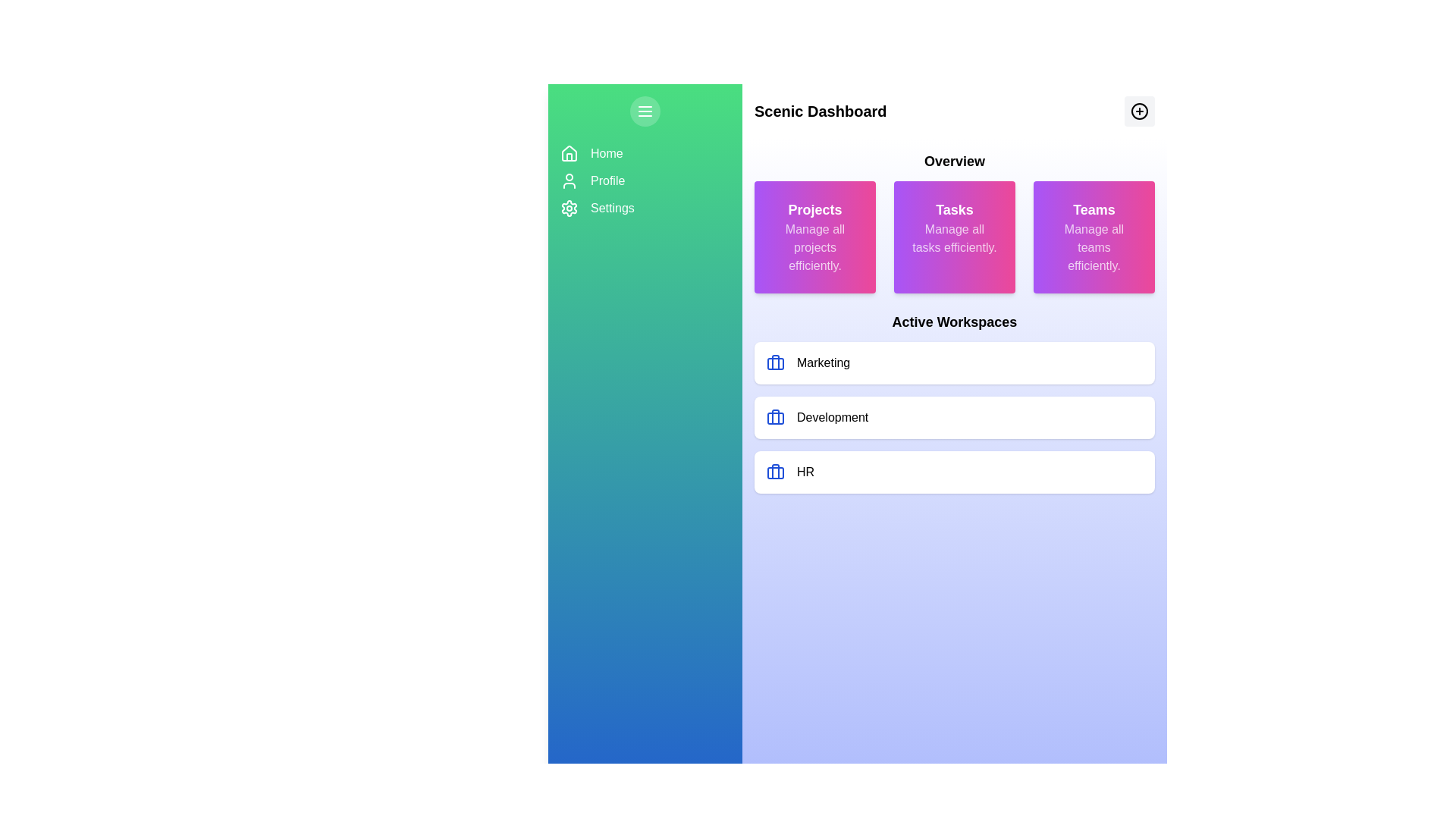  Describe the element at coordinates (775, 472) in the screenshot. I see `the briefcase icon representing the HR workspace, located to the left of the 'HR' text in the Active Workspaces section` at that location.